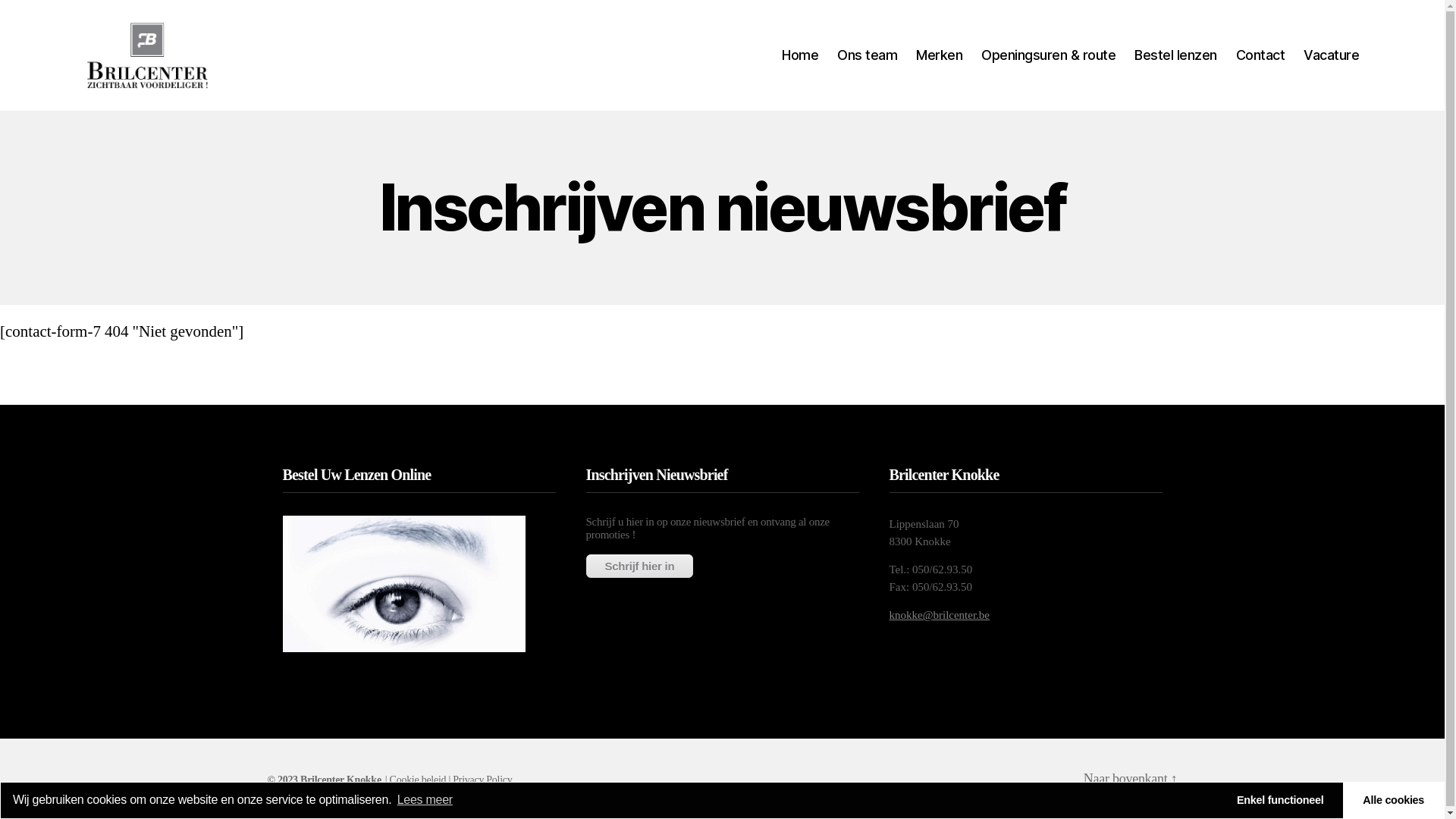 The width and height of the screenshot is (1456, 819). What do you see at coordinates (585, 566) in the screenshot?
I see `'Schrijf hier in'` at bounding box center [585, 566].